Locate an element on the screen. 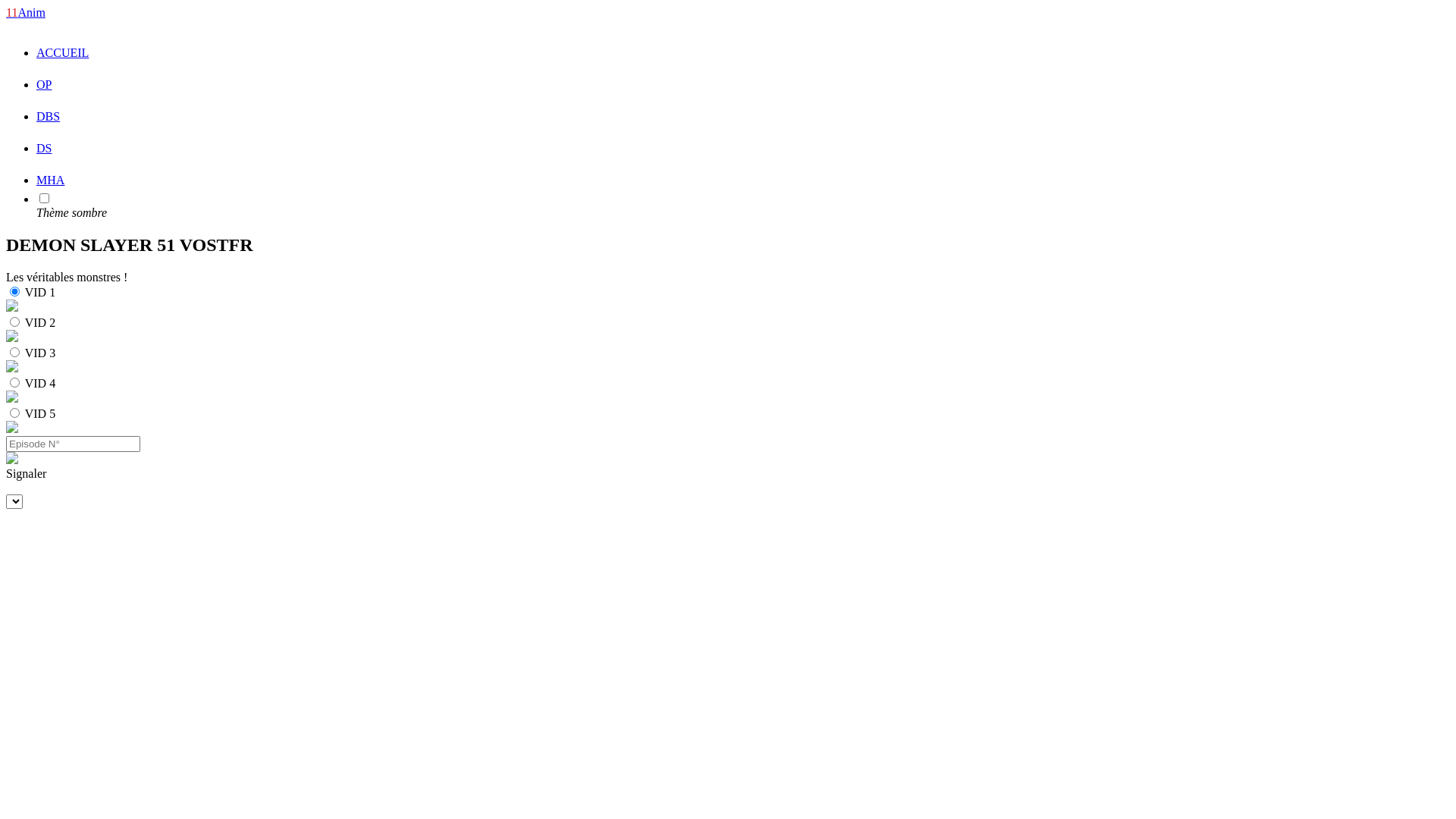 The image size is (1456, 819). 'MHA' is located at coordinates (50, 179).